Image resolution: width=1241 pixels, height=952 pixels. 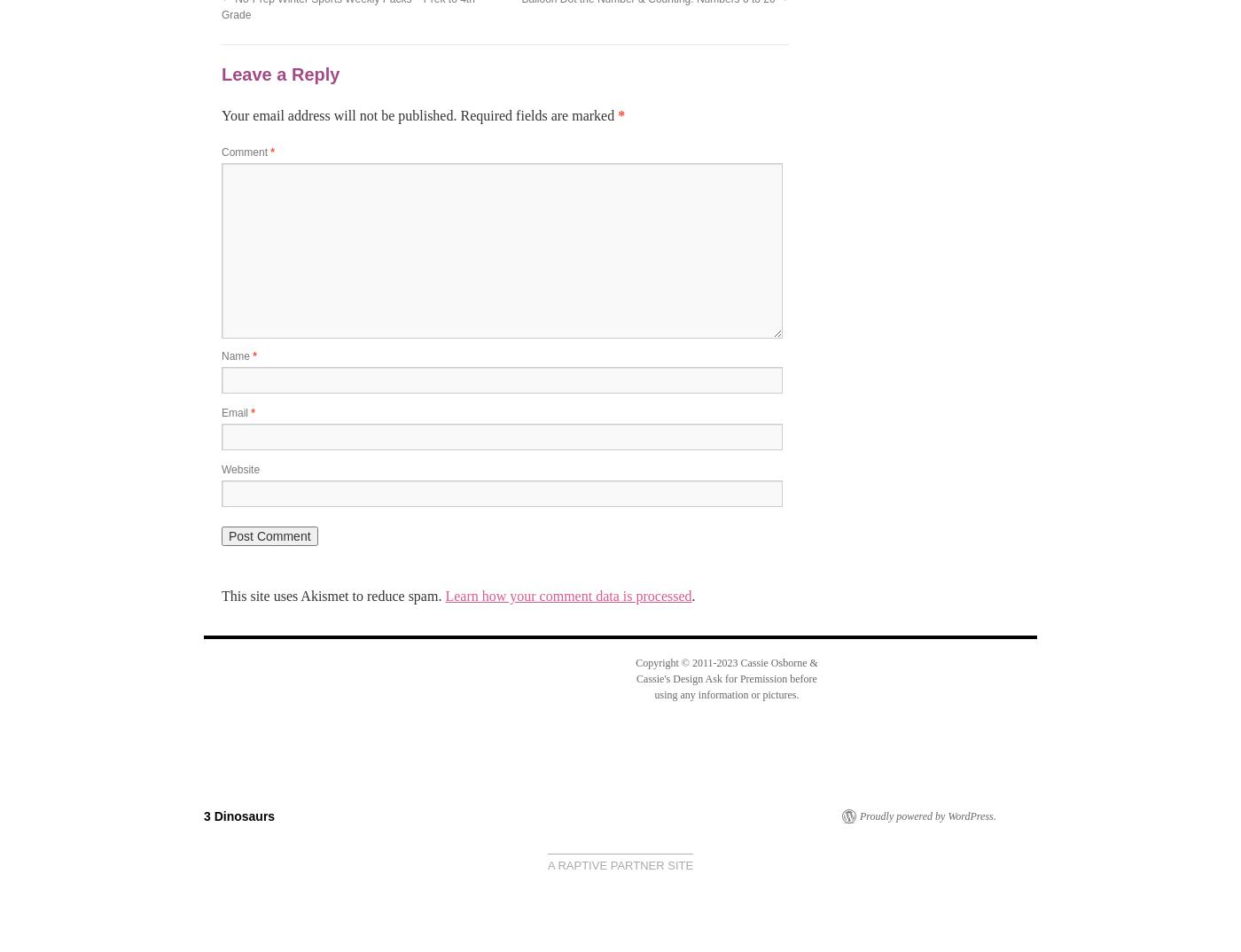 I want to click on 'Proudly powered by WordPress.', so click(x=927, y=815).